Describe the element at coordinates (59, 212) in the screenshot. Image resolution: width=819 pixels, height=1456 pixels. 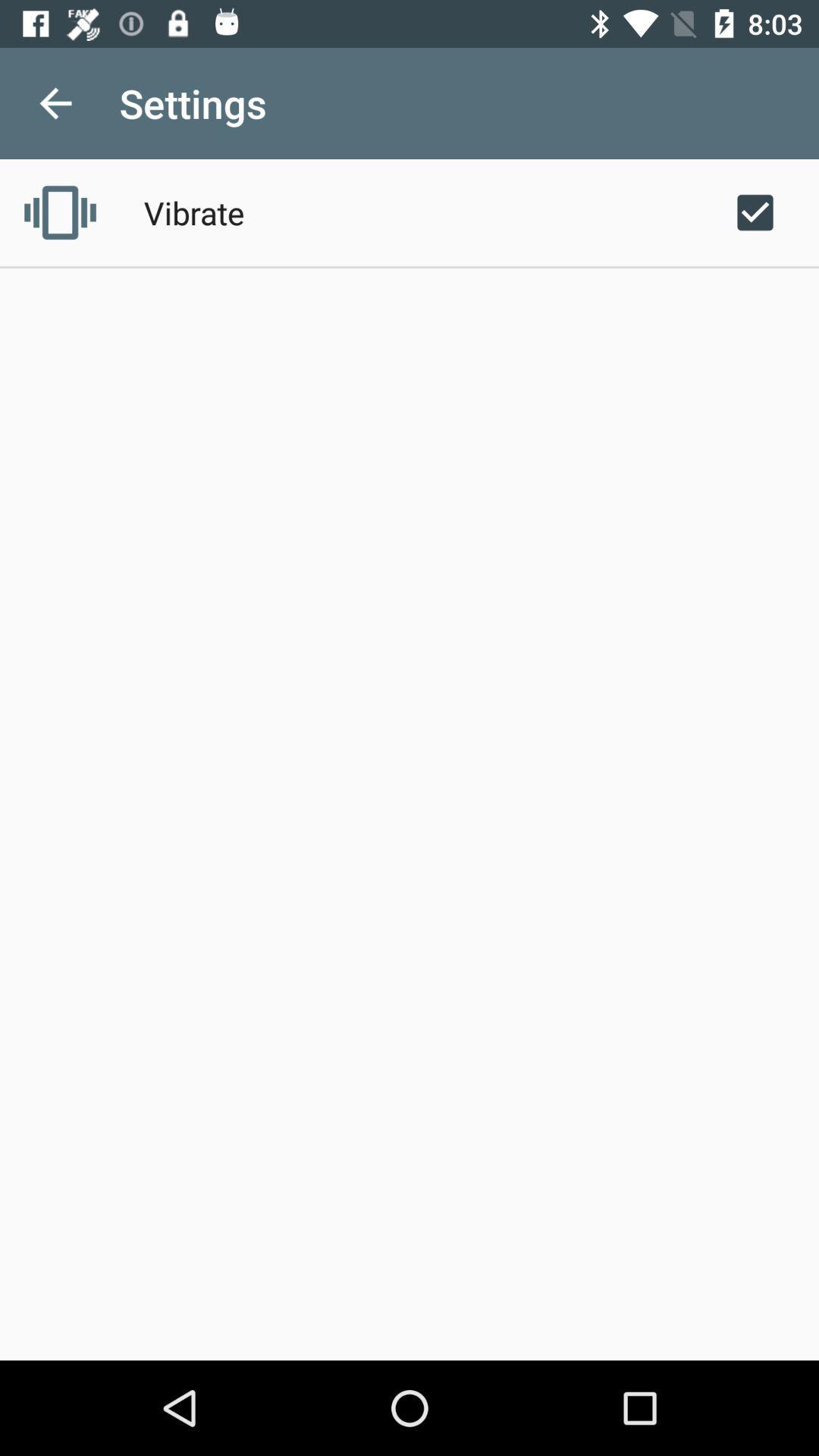
I see `the icon to the left of vibrate` at that location.